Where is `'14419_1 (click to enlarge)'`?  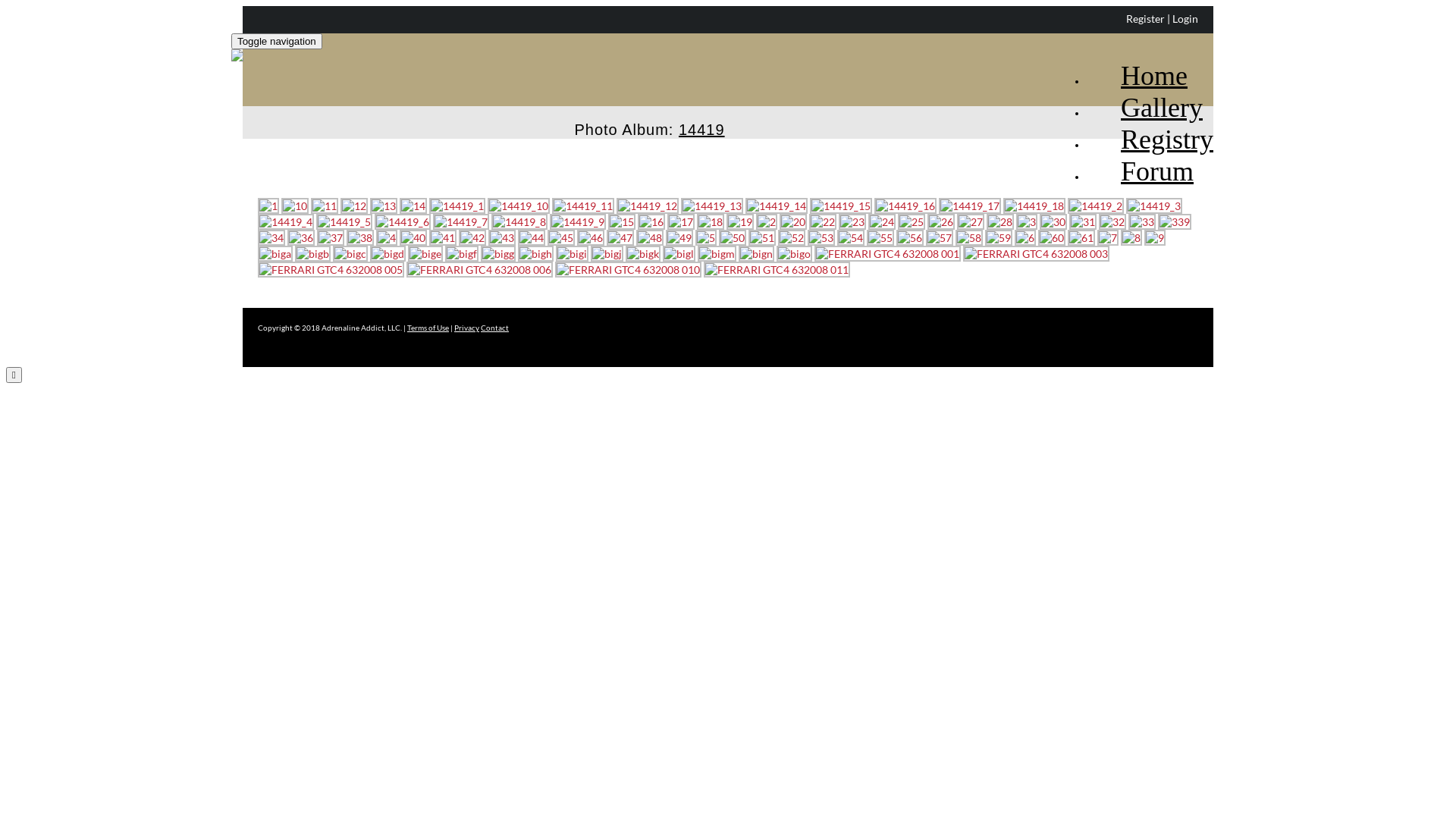 '14419_1 (click to enlarge)' is located at coordinates (457, 206).